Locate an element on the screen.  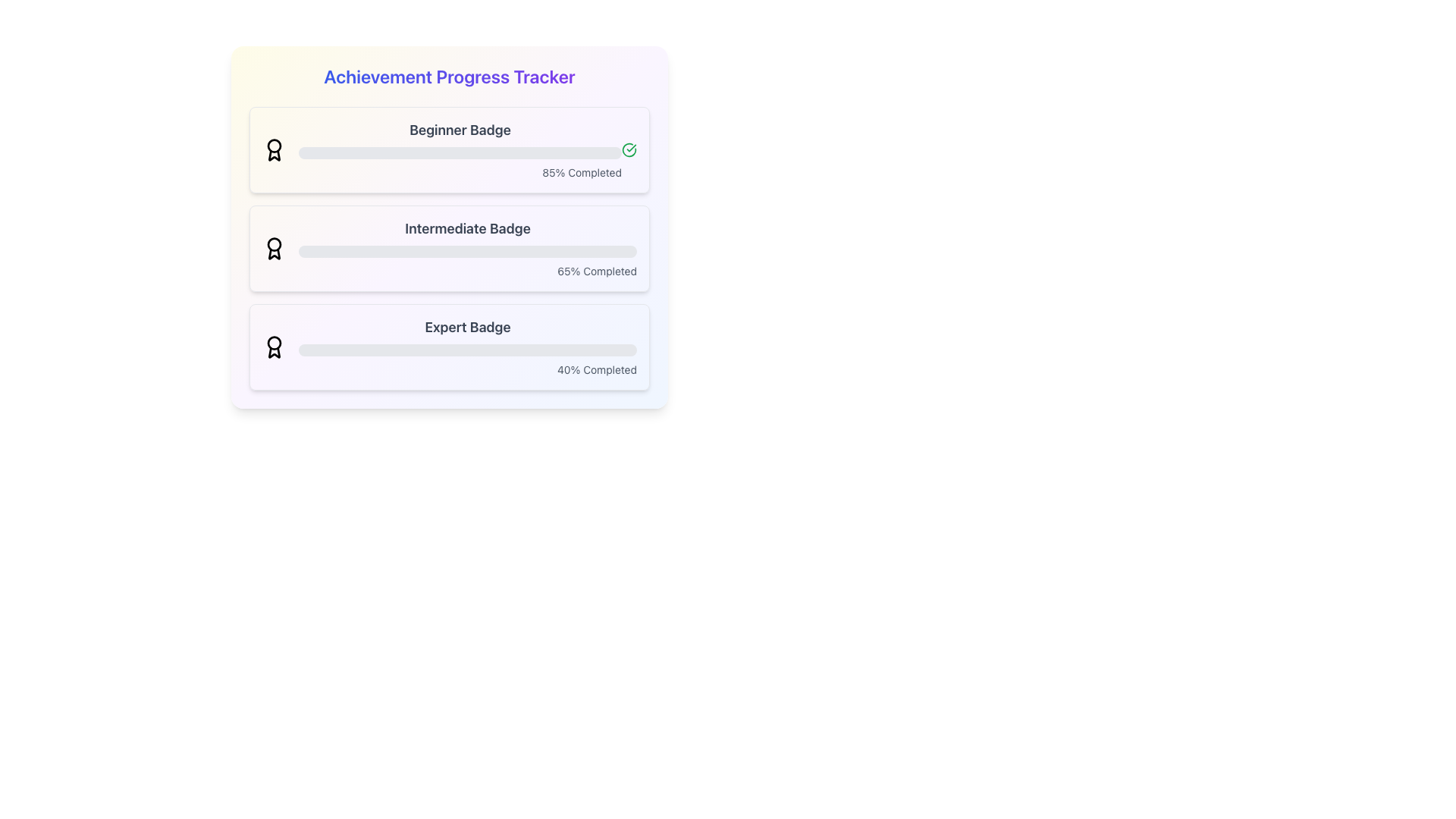
the 'Beginner Badge' milestone completion icon located at the top-right corner of the 'Beginner Badge' card, adjacent to the percentage progress bar and text is located at coordinates (629, 149).